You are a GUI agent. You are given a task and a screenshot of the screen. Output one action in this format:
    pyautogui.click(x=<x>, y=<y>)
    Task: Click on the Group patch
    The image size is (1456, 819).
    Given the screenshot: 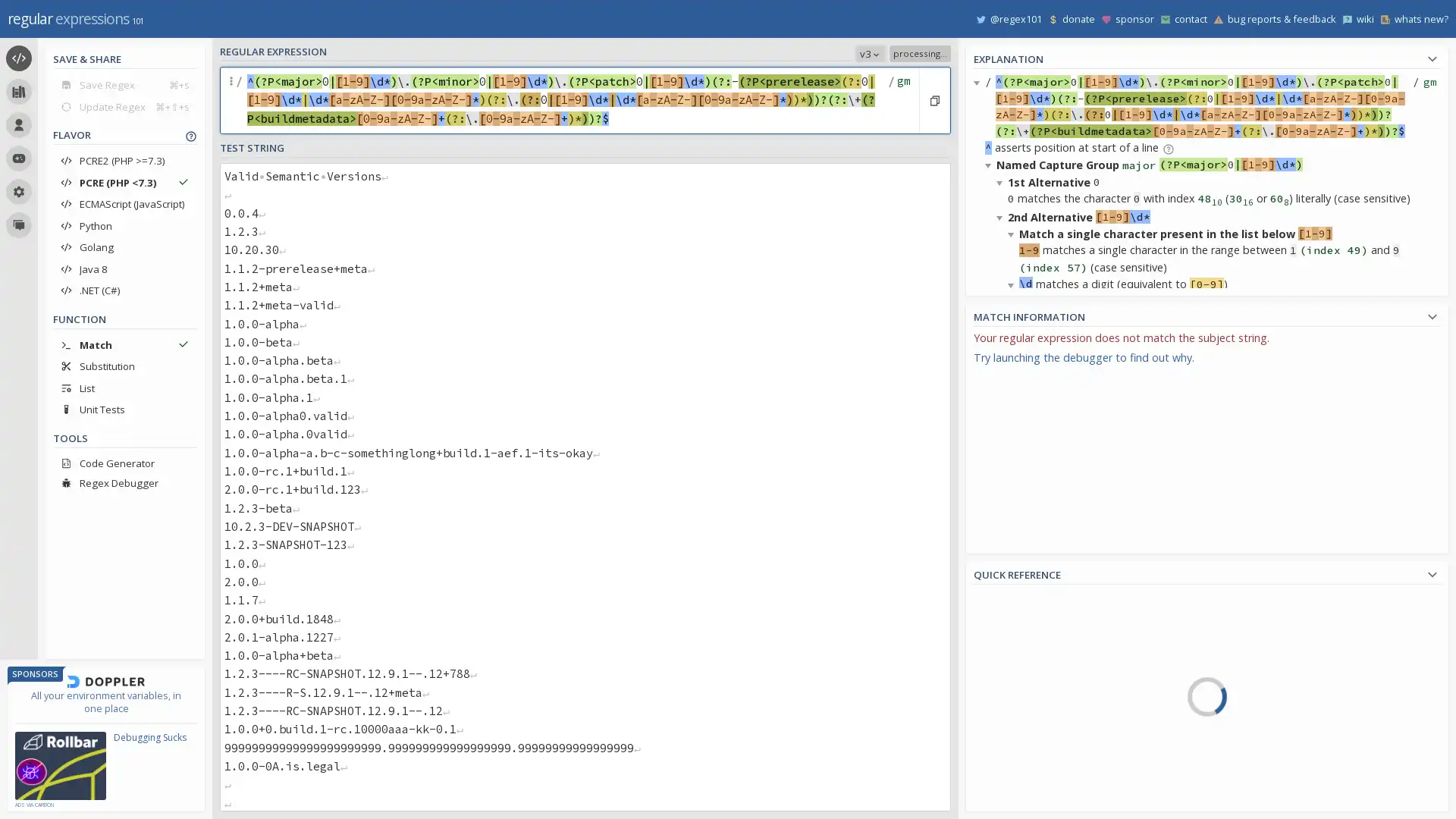 What is the action you would take?
    pyautogui.click(x=1014, y=432)
    